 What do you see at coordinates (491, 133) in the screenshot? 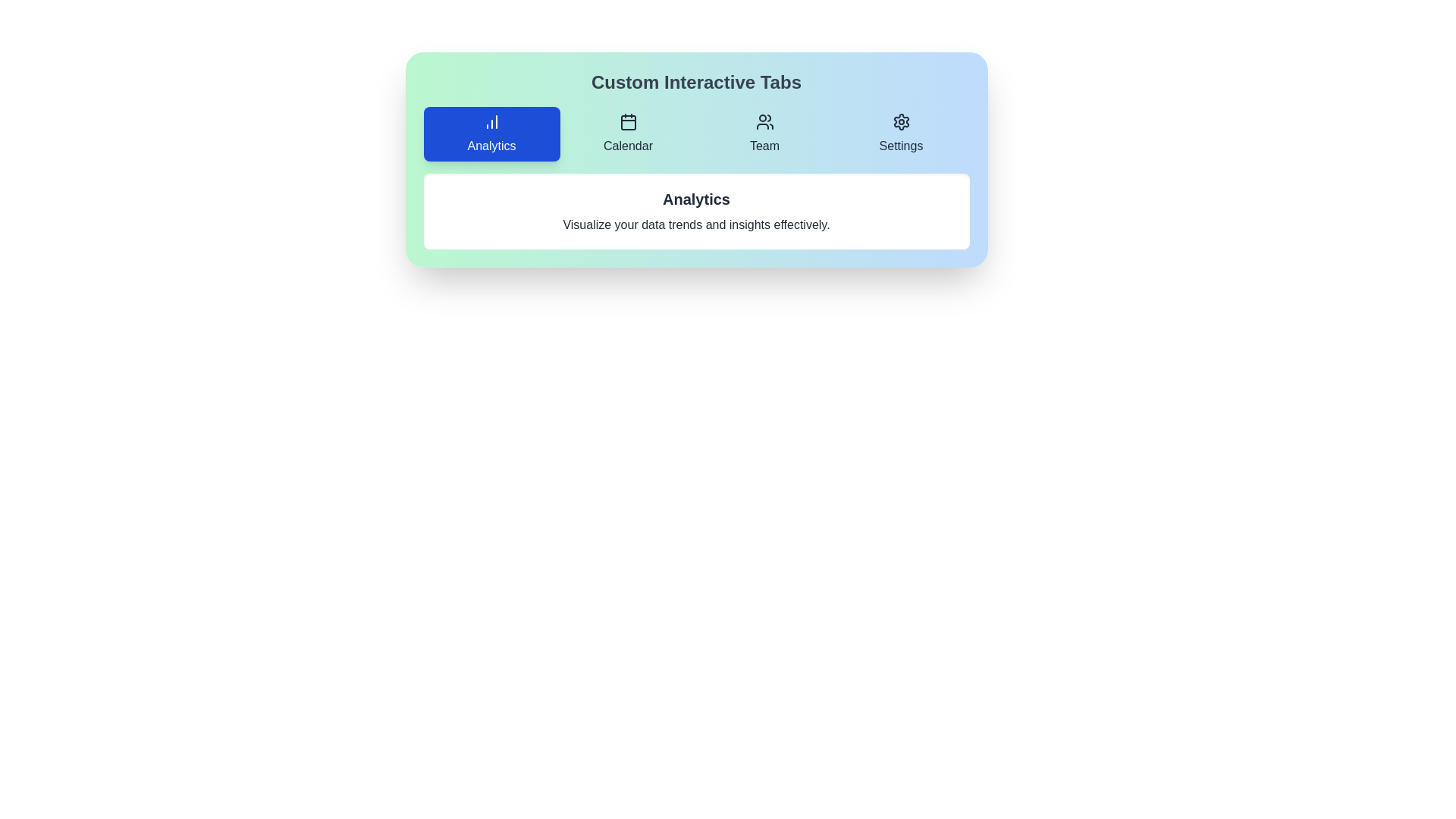
I see `the 'Analytics' tab selection button` at bounding box center [491, 133].